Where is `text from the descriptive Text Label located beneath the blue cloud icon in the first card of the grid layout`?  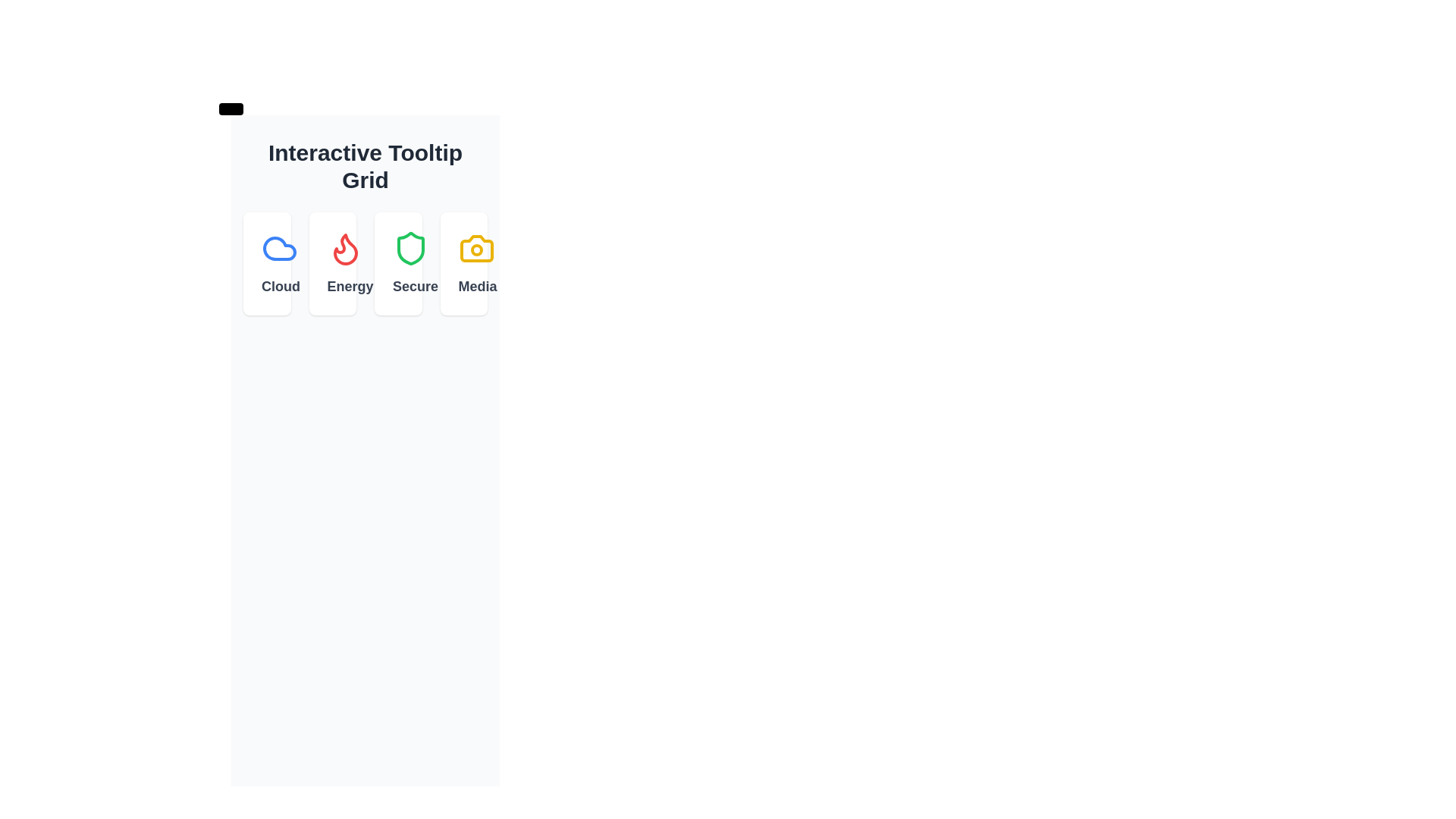 text from the descriptive Text Label located beneath the blue cloud icon in the first card of the grid layout is located at coordinates (267, 287).